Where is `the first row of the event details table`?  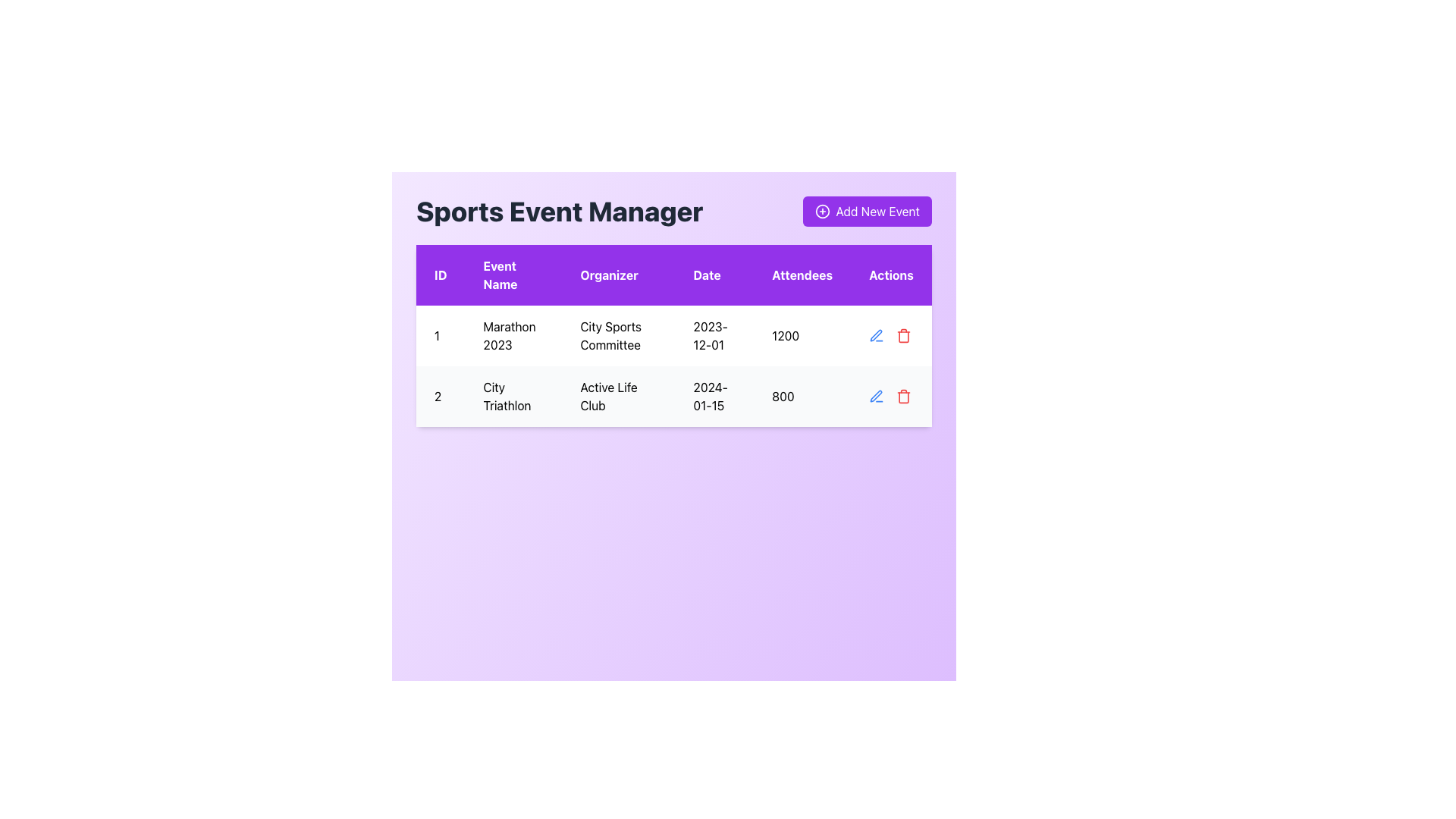
the first row of the event details table is located at coordinates (673, 335).